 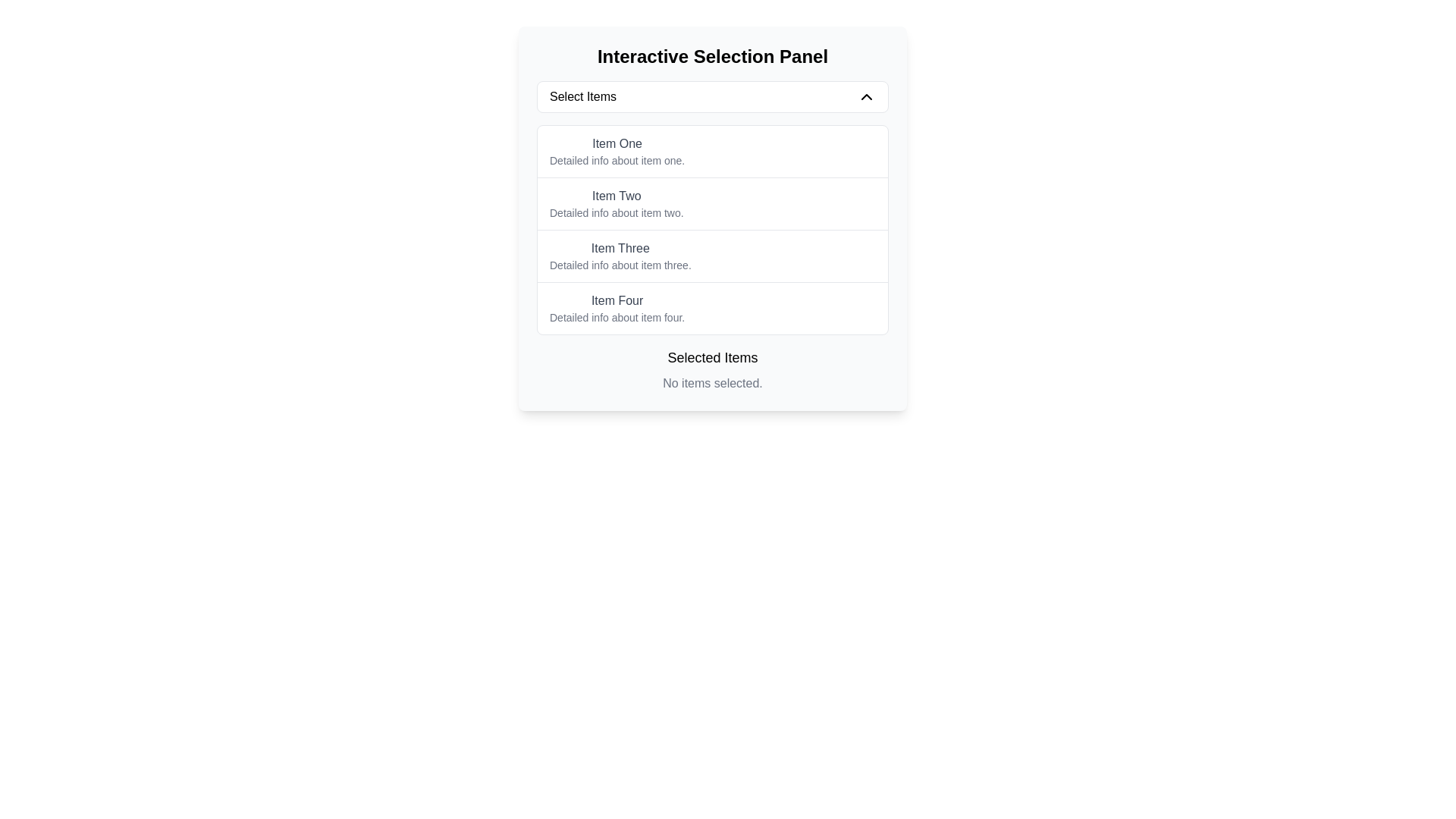 What do you see at coordinates (866, 96) in the screenshot?
I see `the upward-pointing chevron icon located to the far right of the 'Select Items' text to focus it with a pointer` at bounding box center [866, 96].